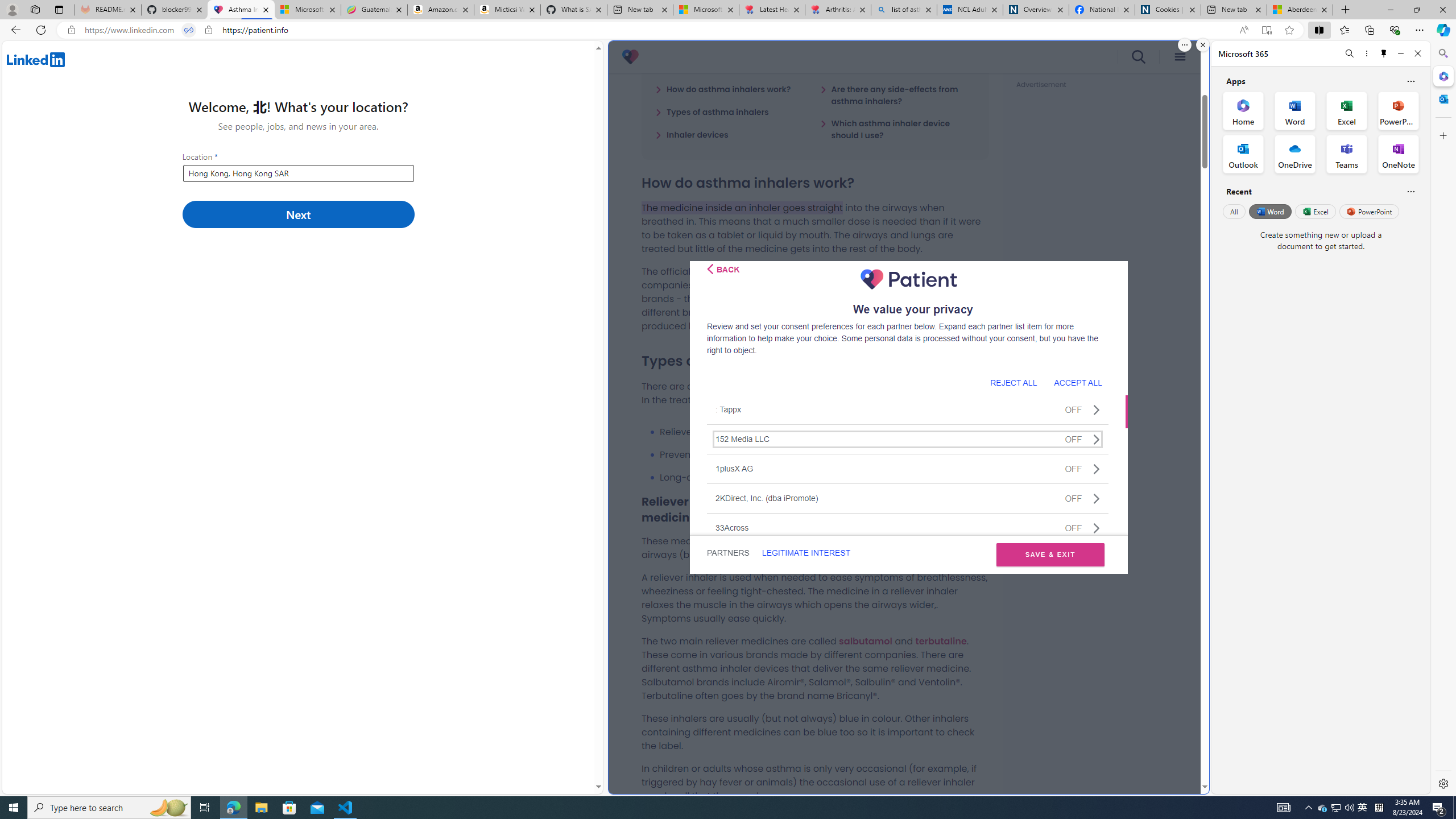  I want to click on 'Microsoft-Report a Concern to Bing', so click(308, 9).